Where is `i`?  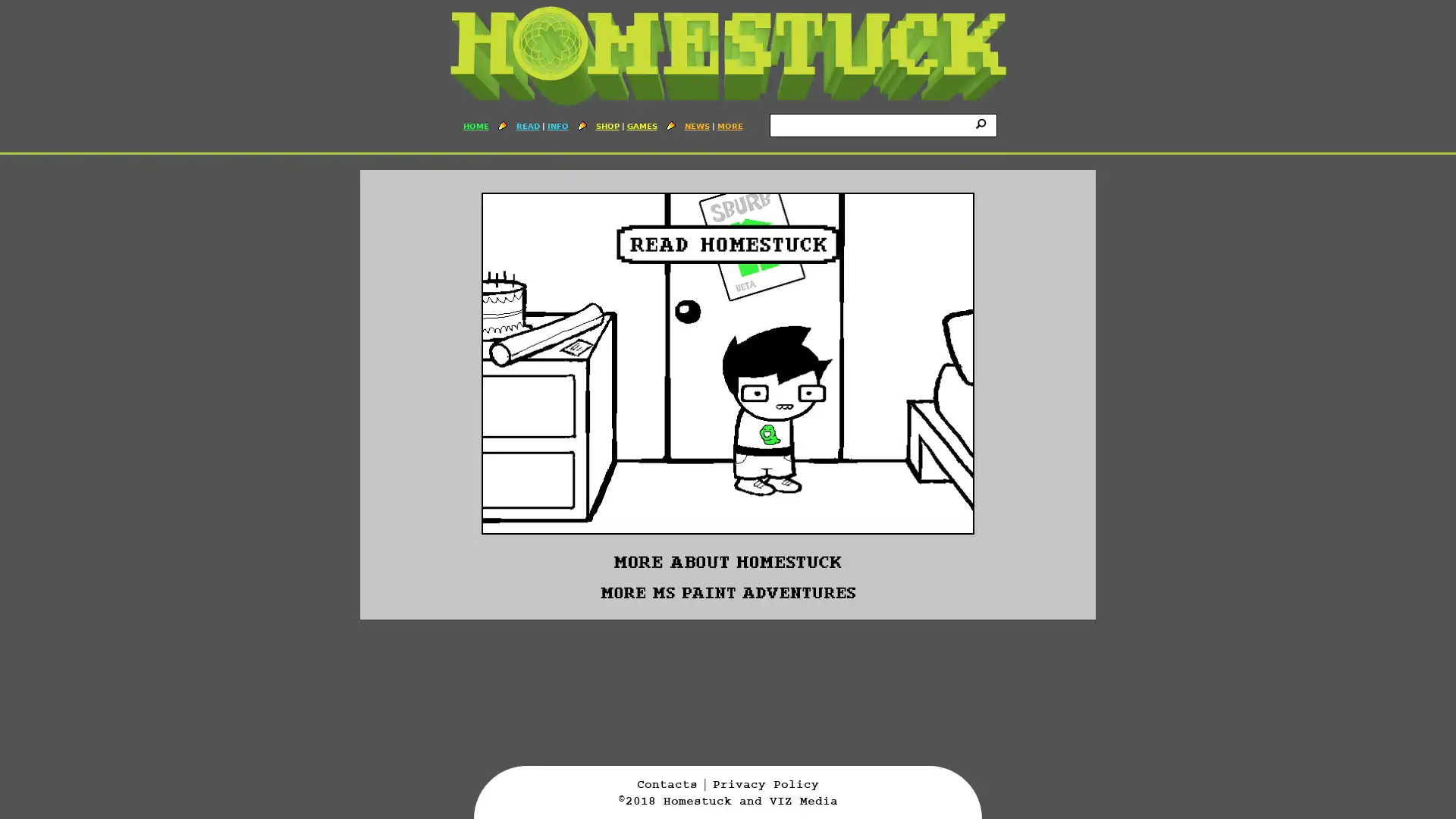
i is located at coordinates (983, 122).